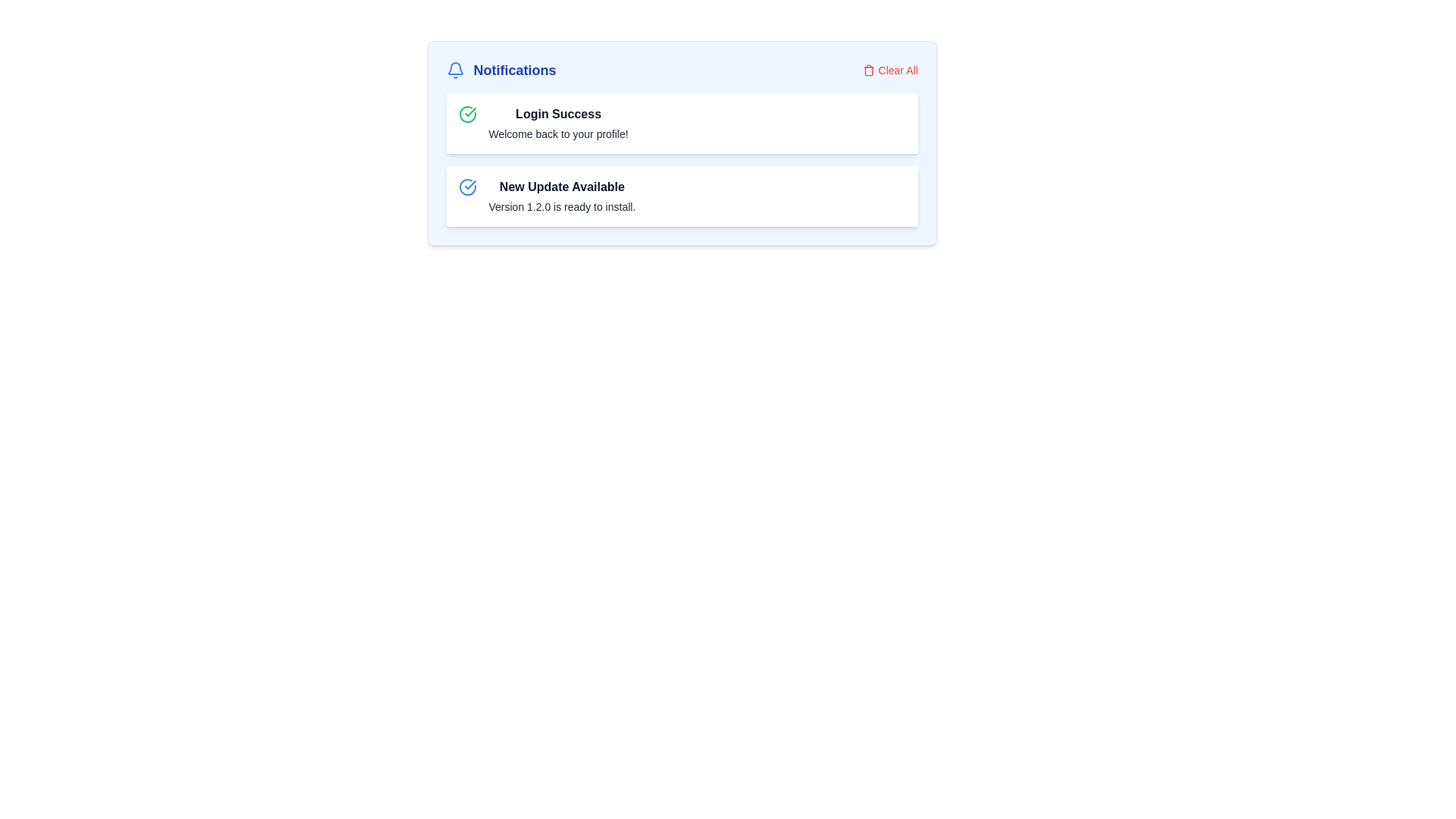  What do you see at coordinates (557, 122) in the screenshot?
I see `success message from the notification text block located at the topmost slot of the notification card, directly below the green circular icon with a checkmark` at bounding box center [557, 122].